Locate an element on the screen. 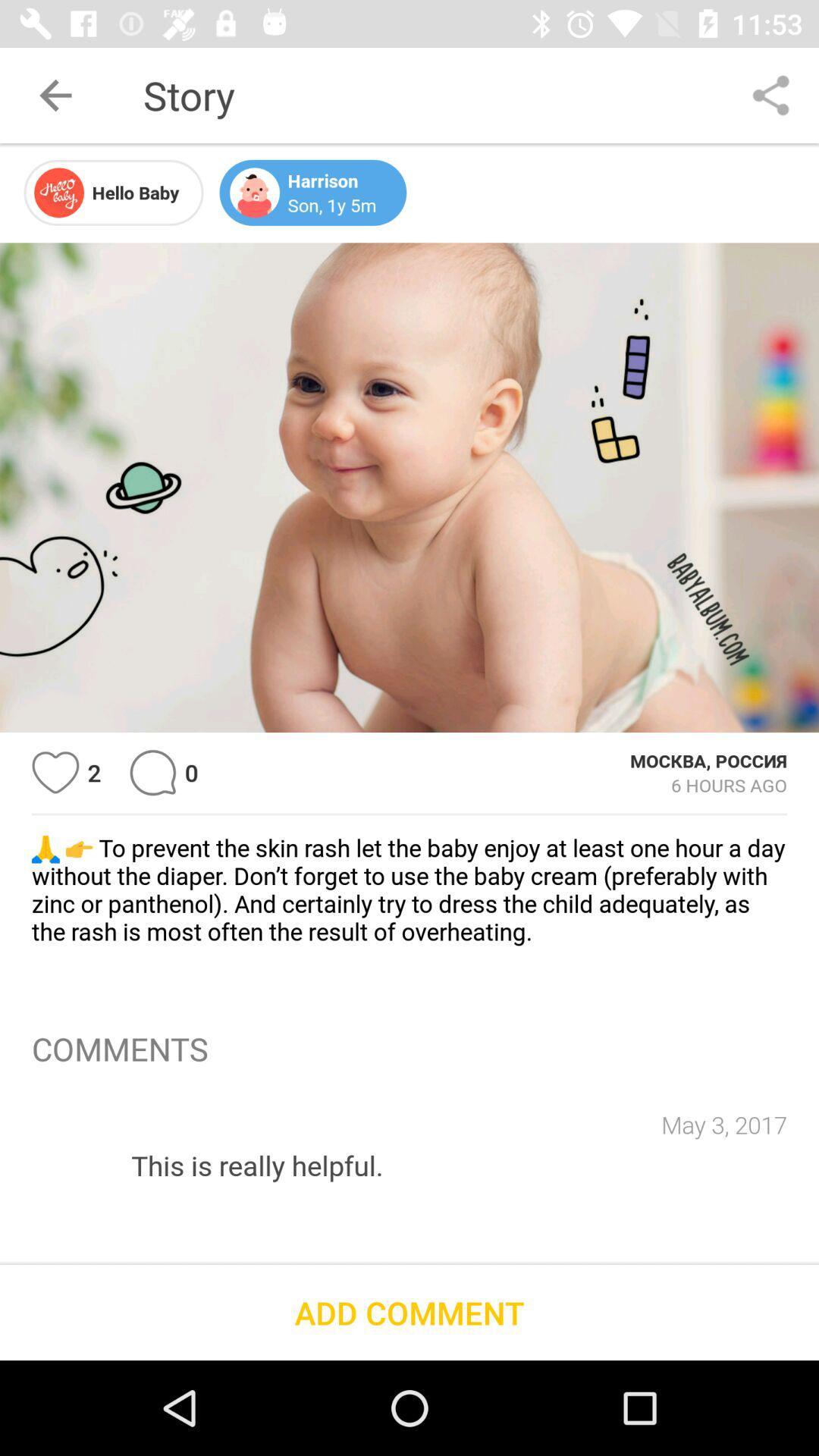  the chat icon is located at coordinates (152, 773).